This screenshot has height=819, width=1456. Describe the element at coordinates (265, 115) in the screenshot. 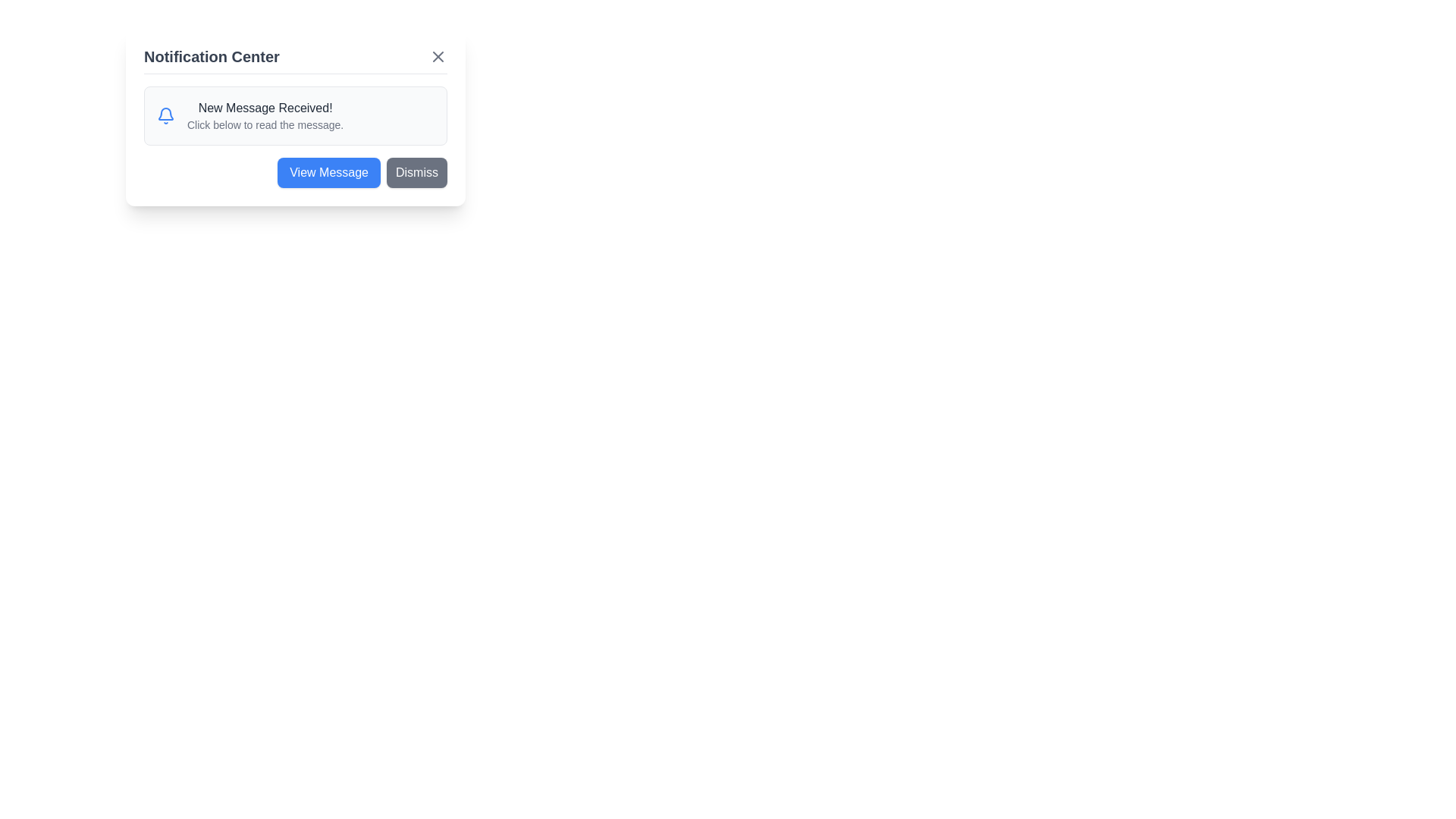

I see `the Text display element that conveys notification messages about newly received messages` at that location.